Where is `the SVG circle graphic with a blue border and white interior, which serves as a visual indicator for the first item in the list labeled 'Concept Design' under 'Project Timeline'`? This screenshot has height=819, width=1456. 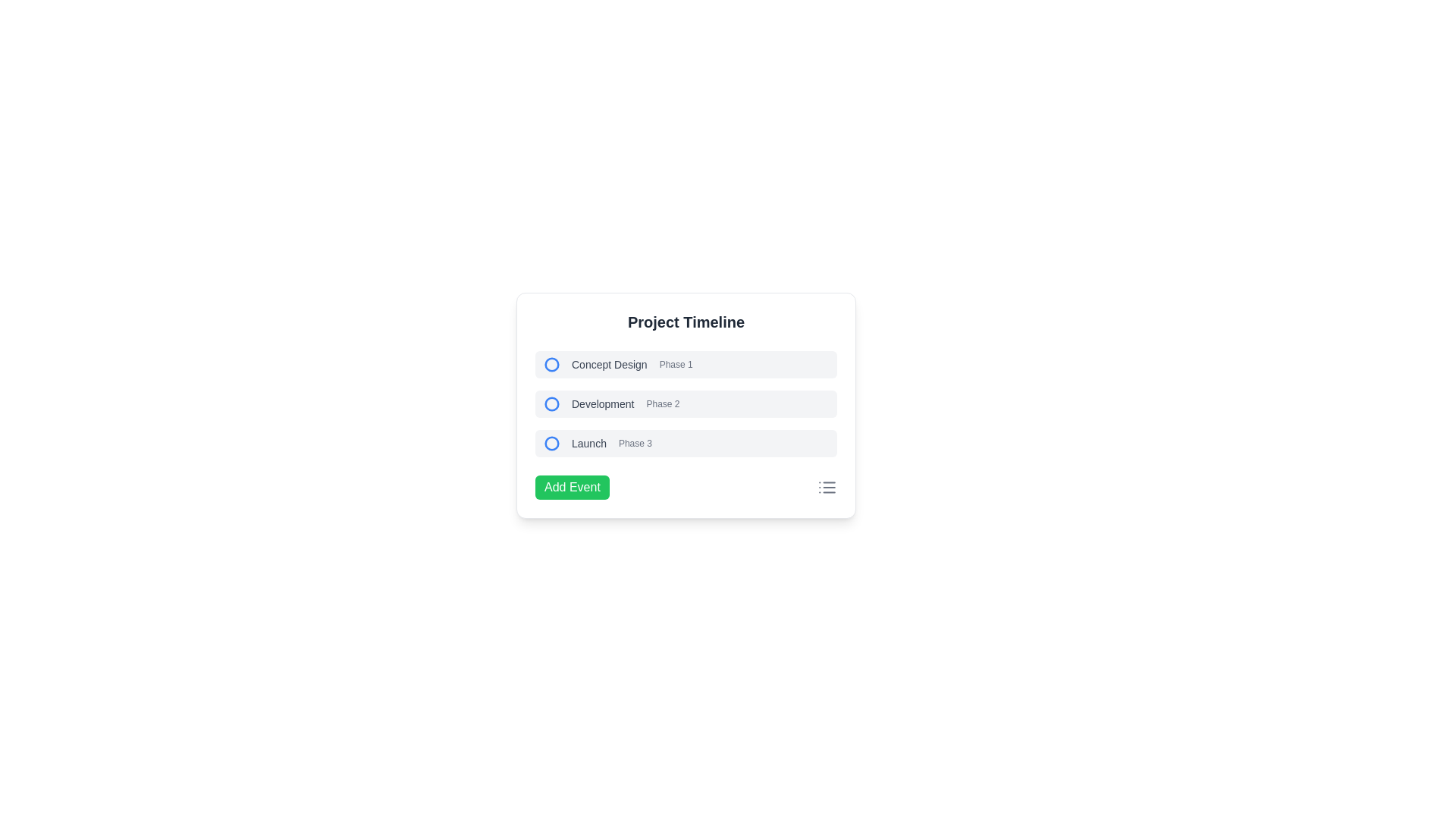 the SVG circle graphic with a blue border and white interior, which serves as a visual indicator for the first item in the list labeled 'Concept Design' under 'Project Timeline' is located at coordinates (551, 365).